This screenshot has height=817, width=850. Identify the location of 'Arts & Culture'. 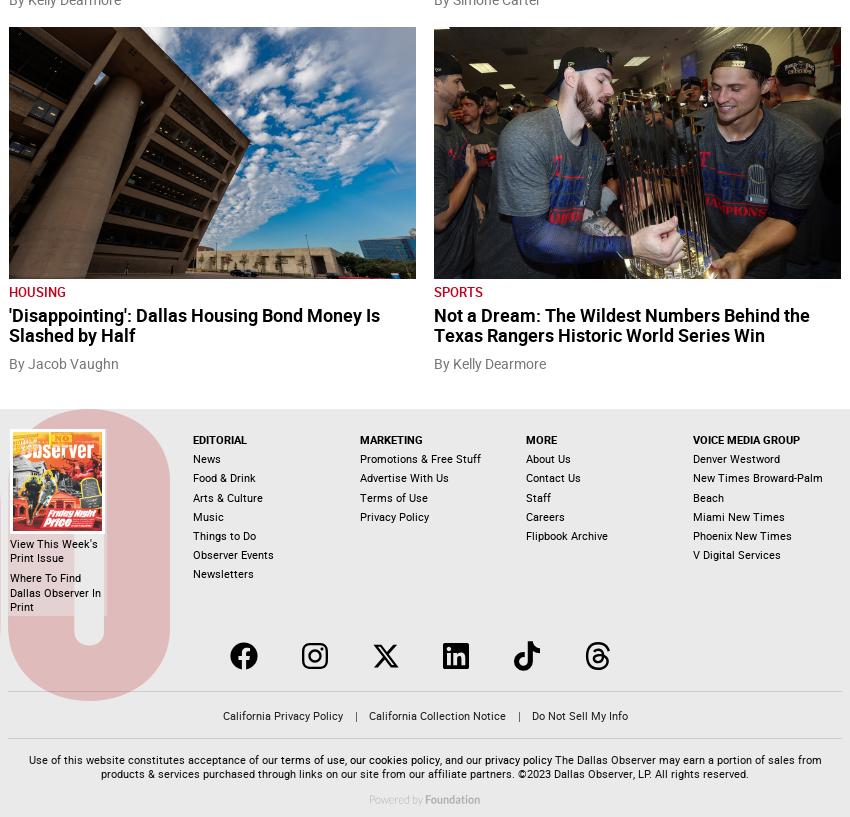
(227, 495).